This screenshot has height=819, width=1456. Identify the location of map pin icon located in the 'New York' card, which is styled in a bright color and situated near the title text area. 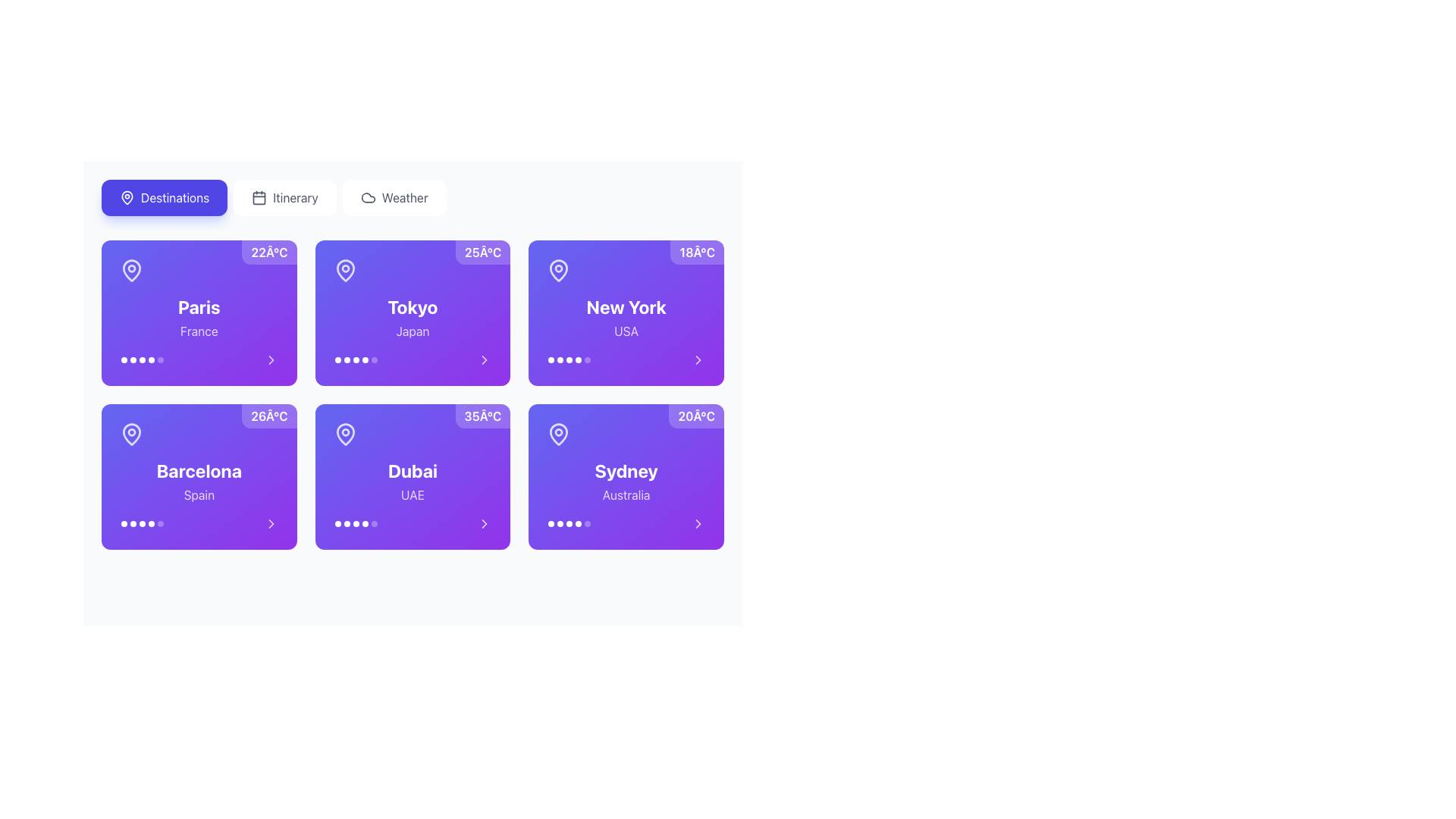
(558, 270).